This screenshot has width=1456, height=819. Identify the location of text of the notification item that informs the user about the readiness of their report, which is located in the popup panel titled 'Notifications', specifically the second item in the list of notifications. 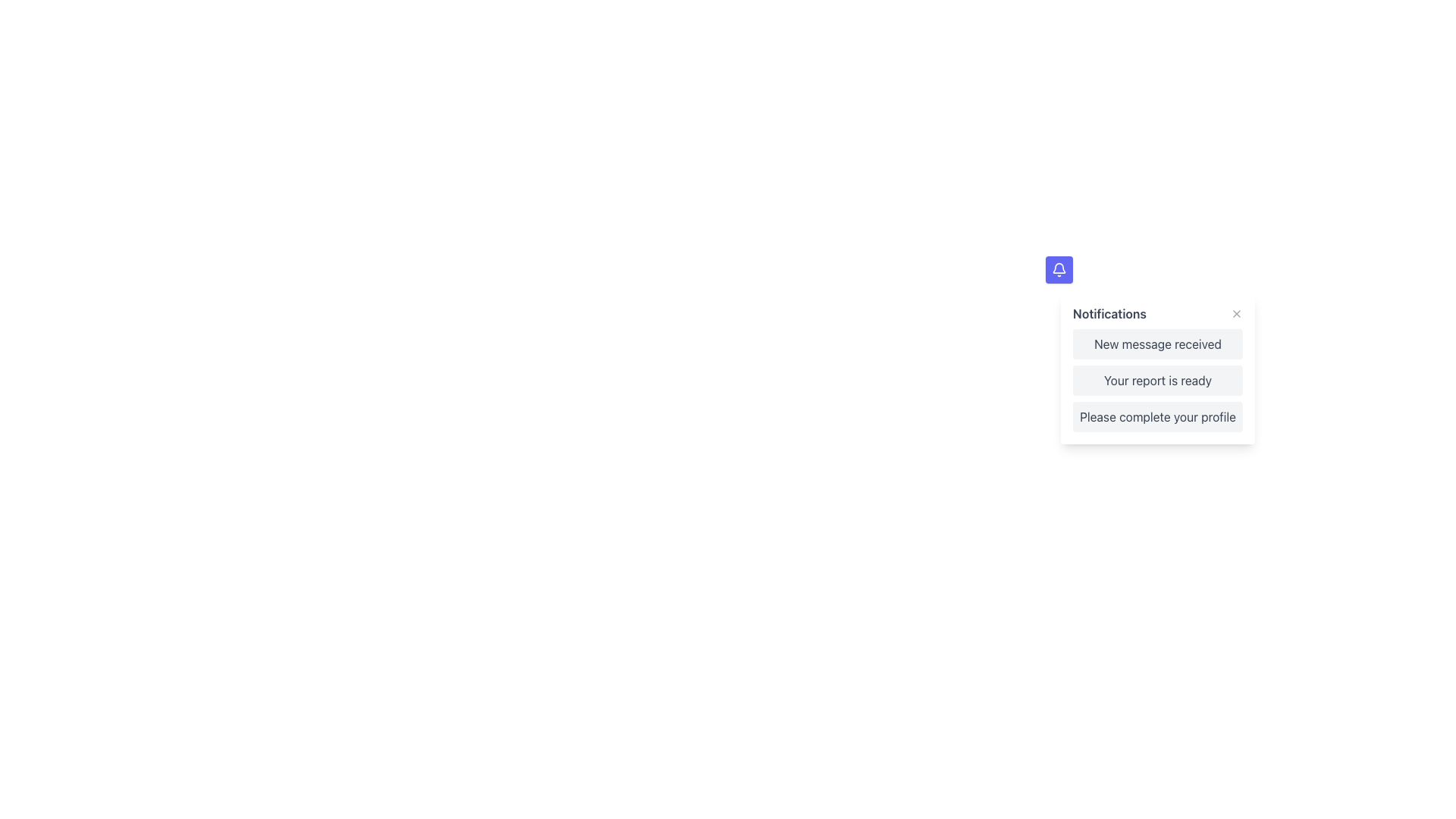
(1156, 379).